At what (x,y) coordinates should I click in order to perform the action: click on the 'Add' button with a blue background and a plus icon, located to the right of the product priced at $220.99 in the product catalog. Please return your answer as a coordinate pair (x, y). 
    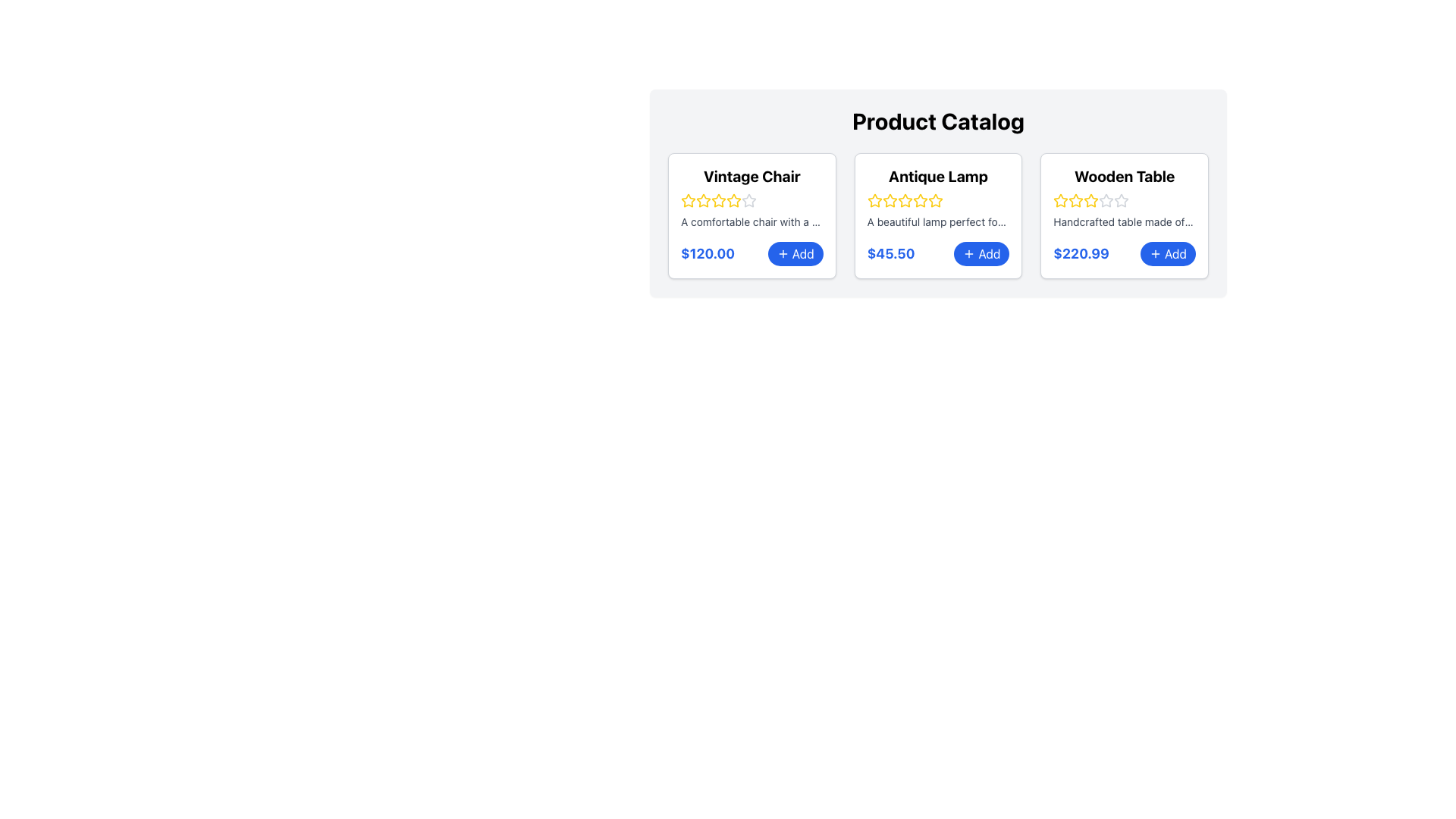
    Looking at the image, I should click on (1167, 253).